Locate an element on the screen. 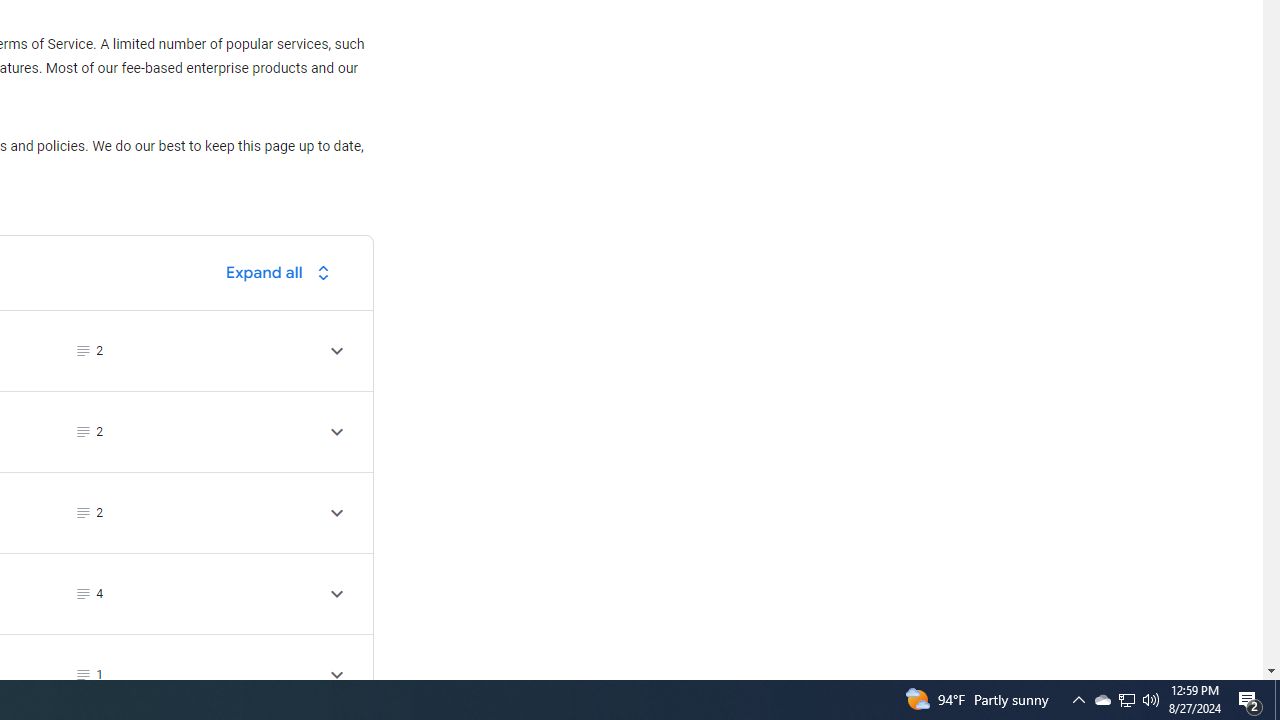  'Expand all' is located at coordinates (282, 272).